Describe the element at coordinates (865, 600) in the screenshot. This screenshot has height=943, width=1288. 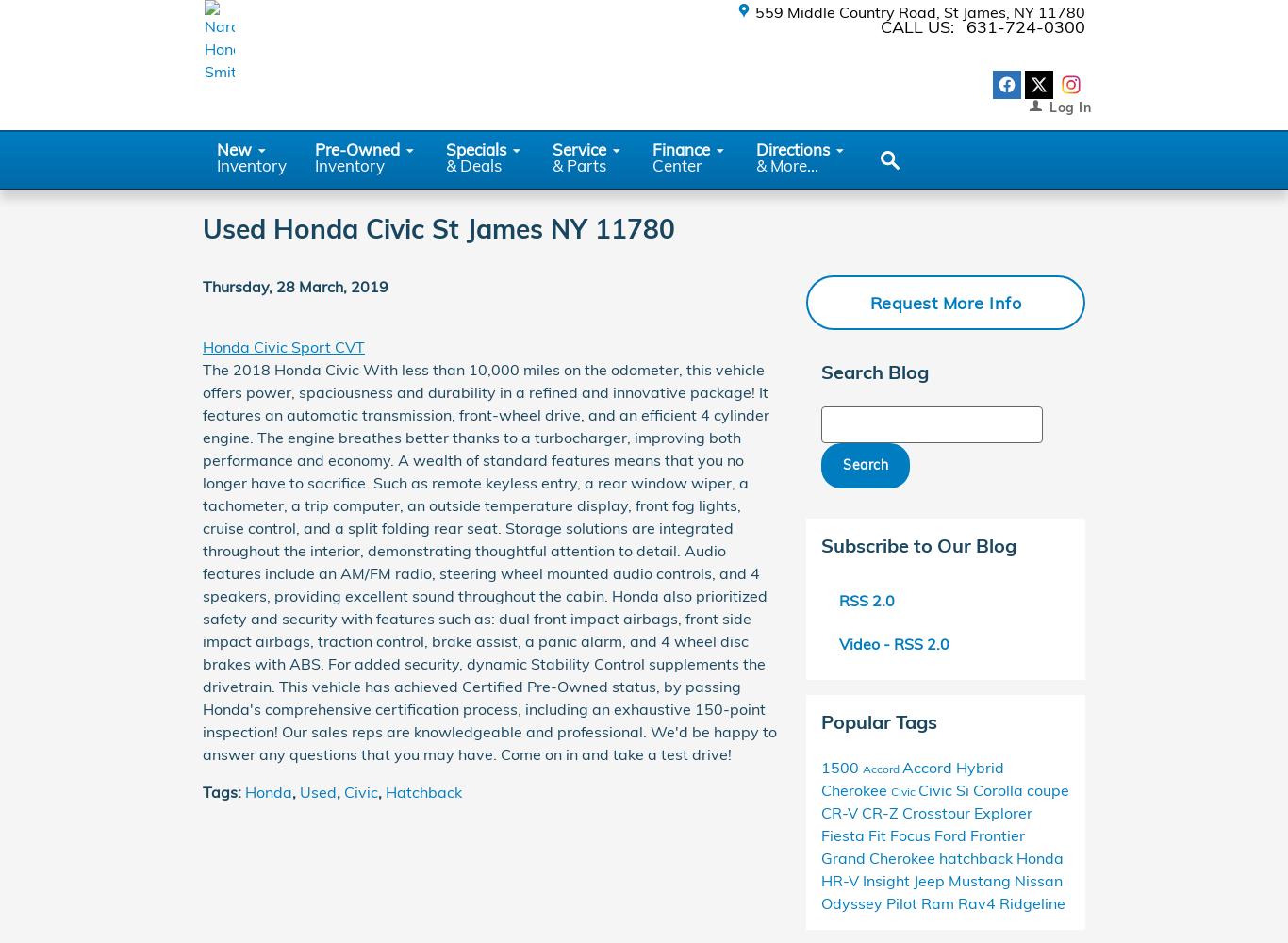
I see `'RSS 2.0'` at that location.